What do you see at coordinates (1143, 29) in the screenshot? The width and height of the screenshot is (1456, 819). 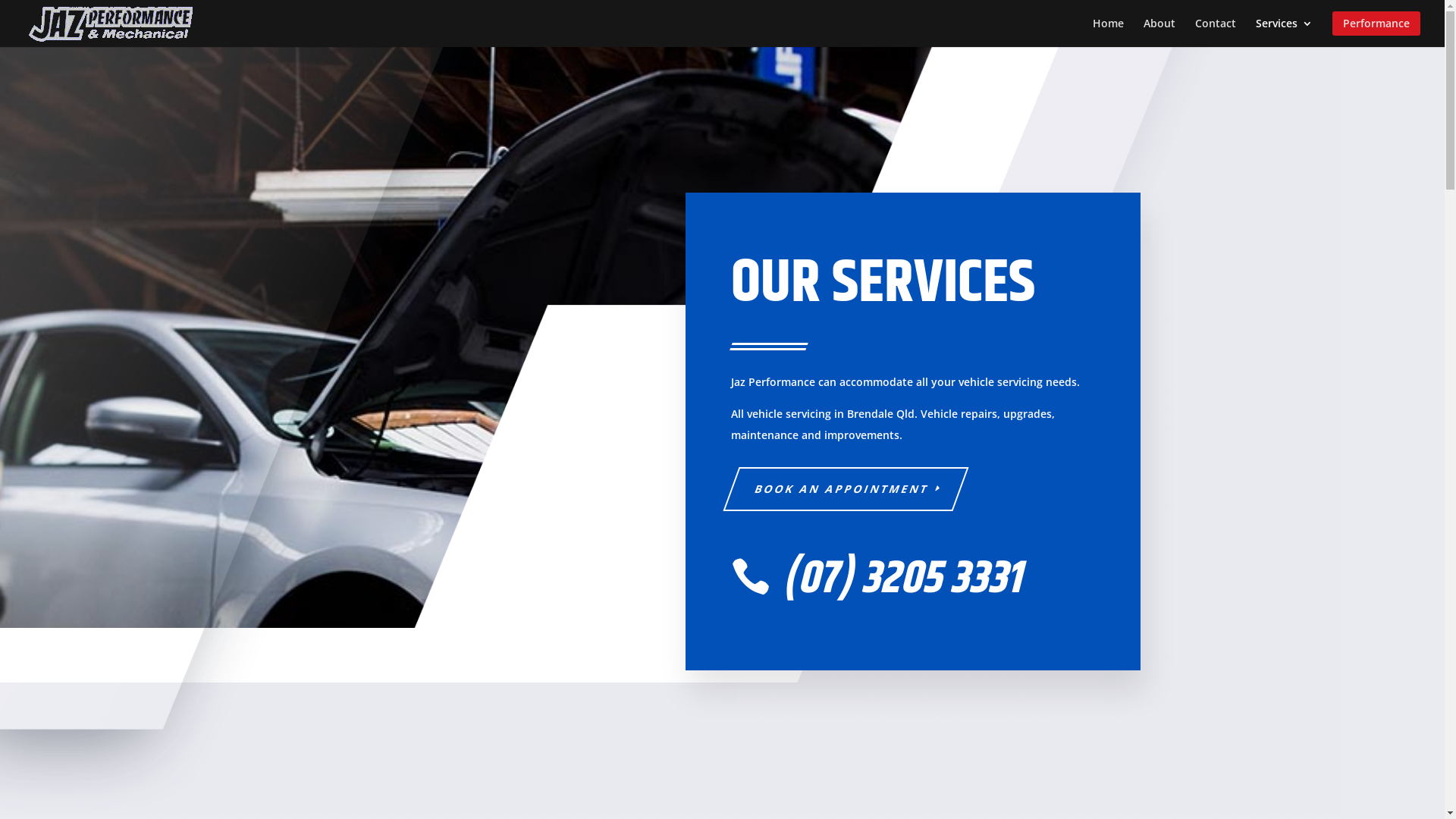 I see `'About'` at bounding box center [1143, 29].